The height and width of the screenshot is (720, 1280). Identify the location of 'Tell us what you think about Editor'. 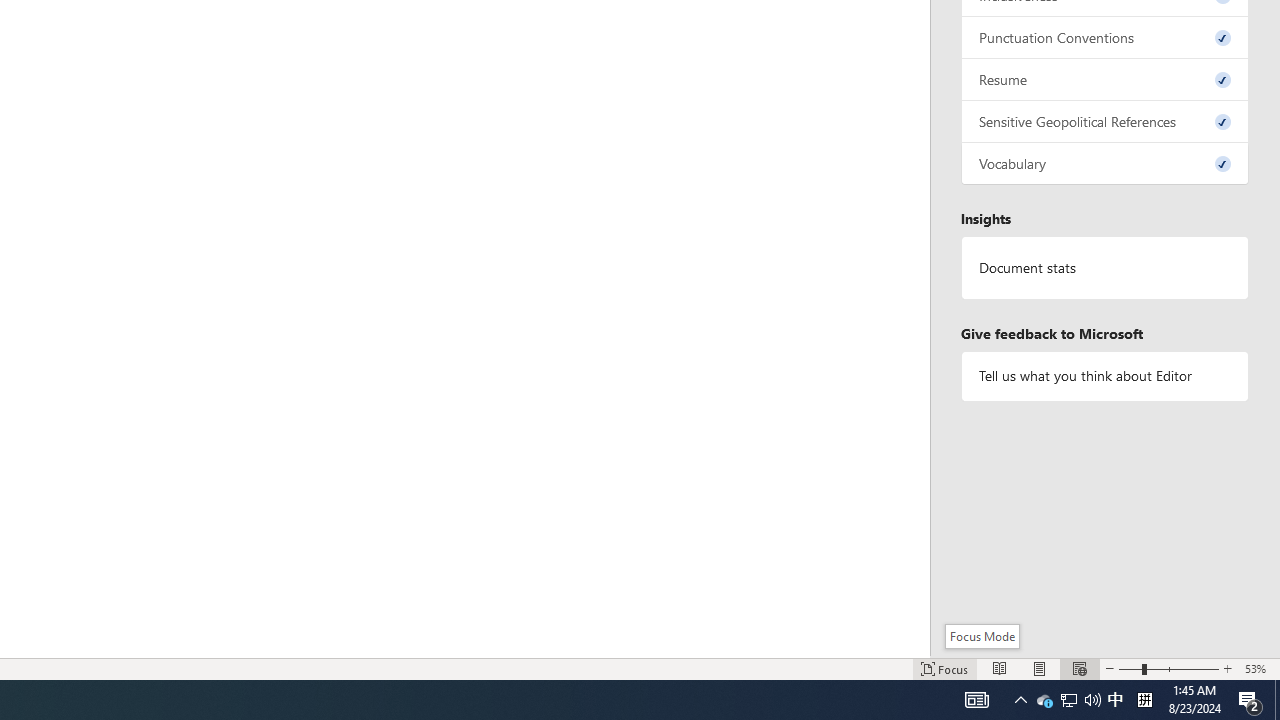
(1104, 376).